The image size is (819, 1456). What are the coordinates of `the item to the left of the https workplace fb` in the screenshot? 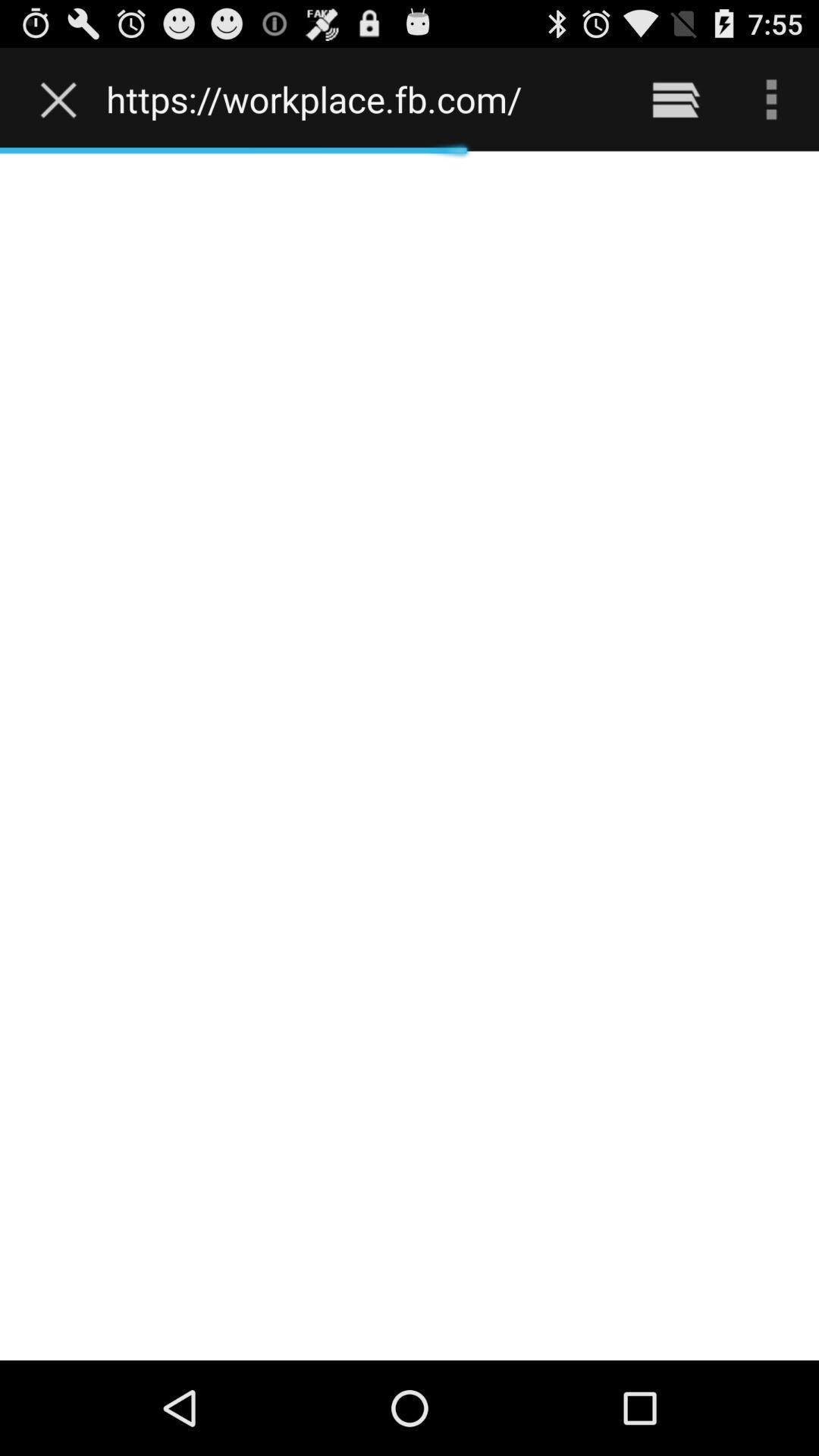 It's located at (61, 99).